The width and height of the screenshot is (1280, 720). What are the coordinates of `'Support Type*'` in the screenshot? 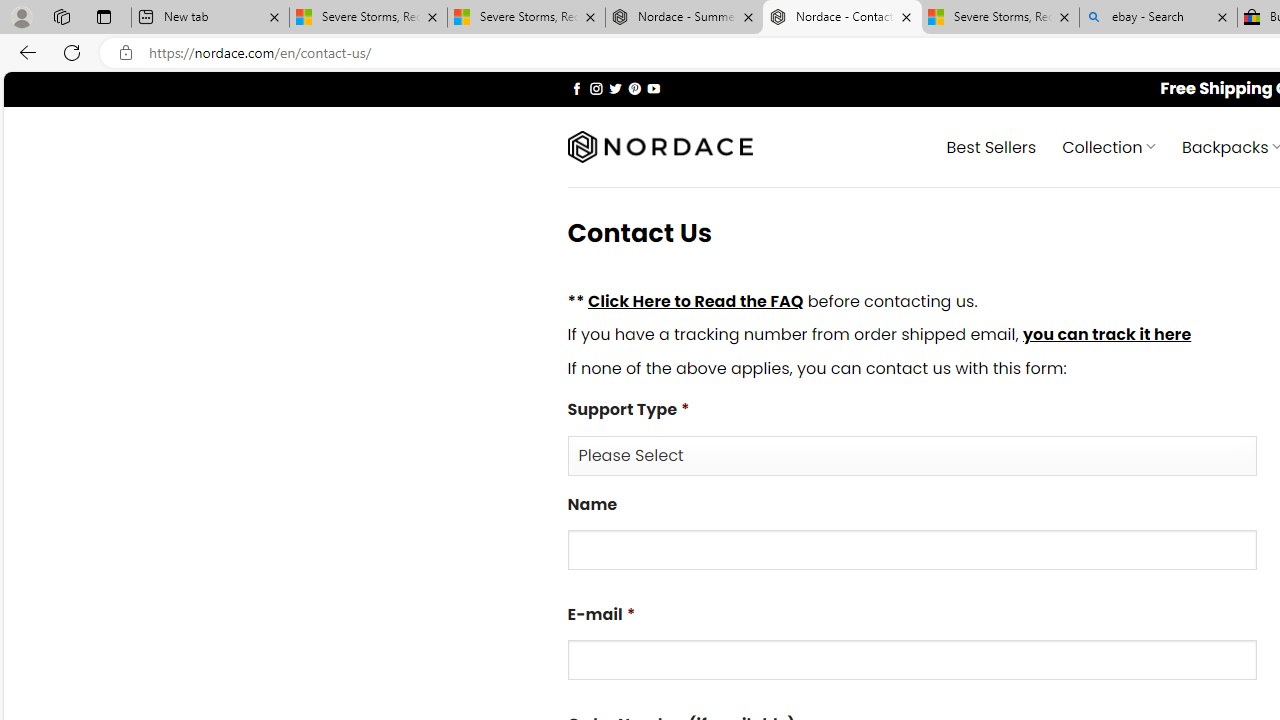 It's located at (911, 455).